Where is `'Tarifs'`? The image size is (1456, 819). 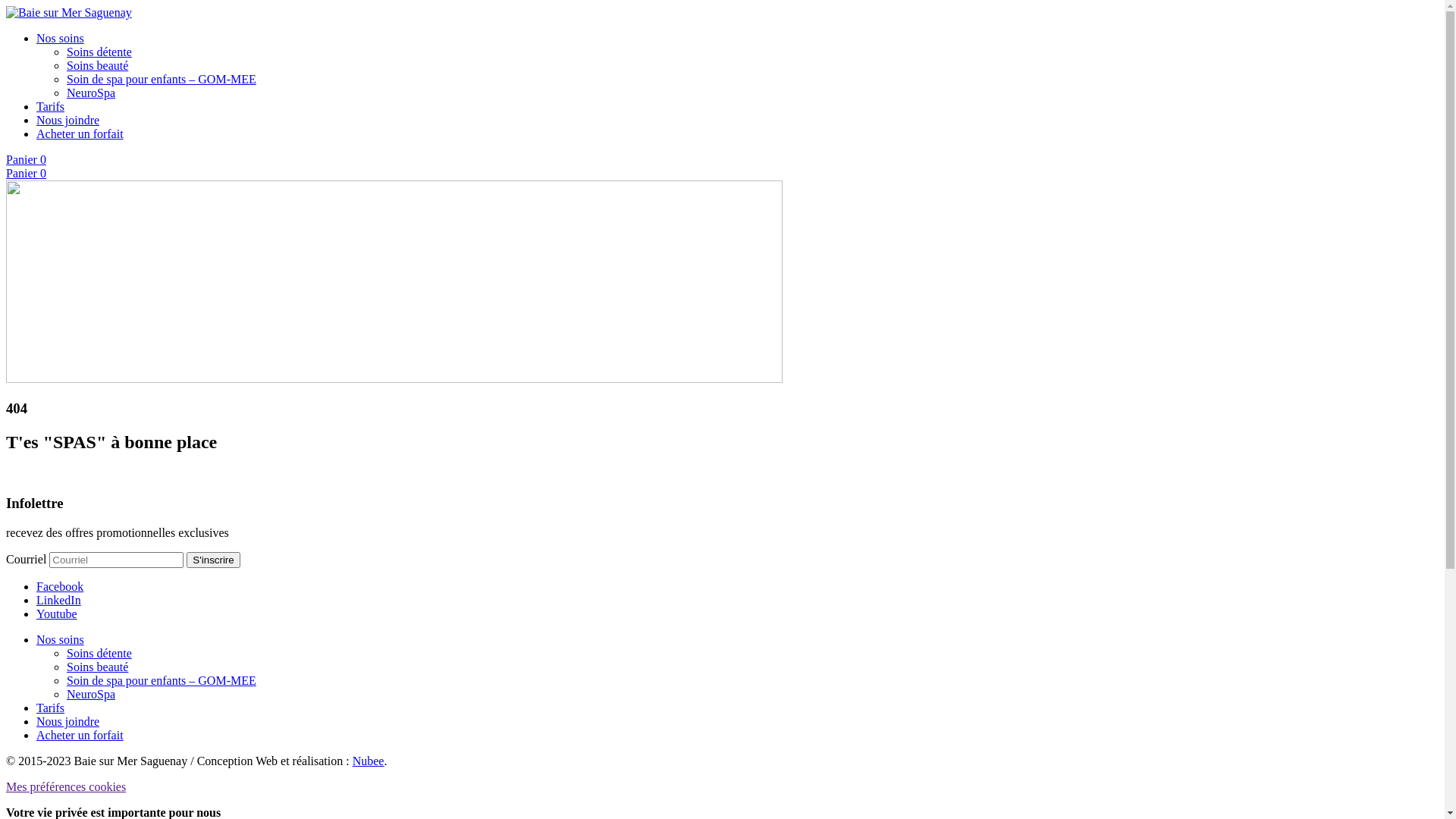
'Tarifs' is located at coordinates (36, 105).